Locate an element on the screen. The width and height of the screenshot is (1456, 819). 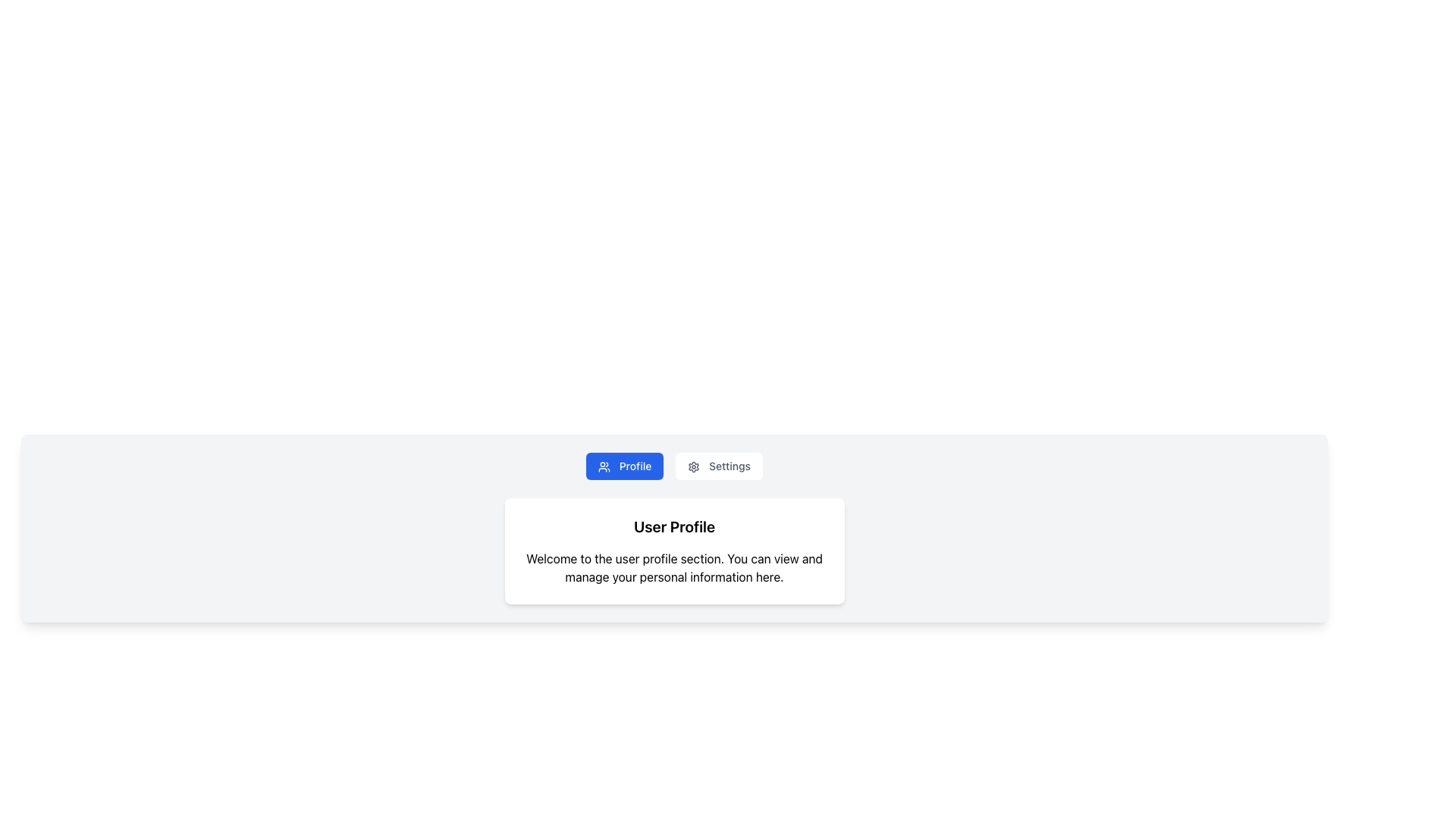
the gear icon representing settings, located to the left of the 'Settings' button text is located at coordinates (693, 466).